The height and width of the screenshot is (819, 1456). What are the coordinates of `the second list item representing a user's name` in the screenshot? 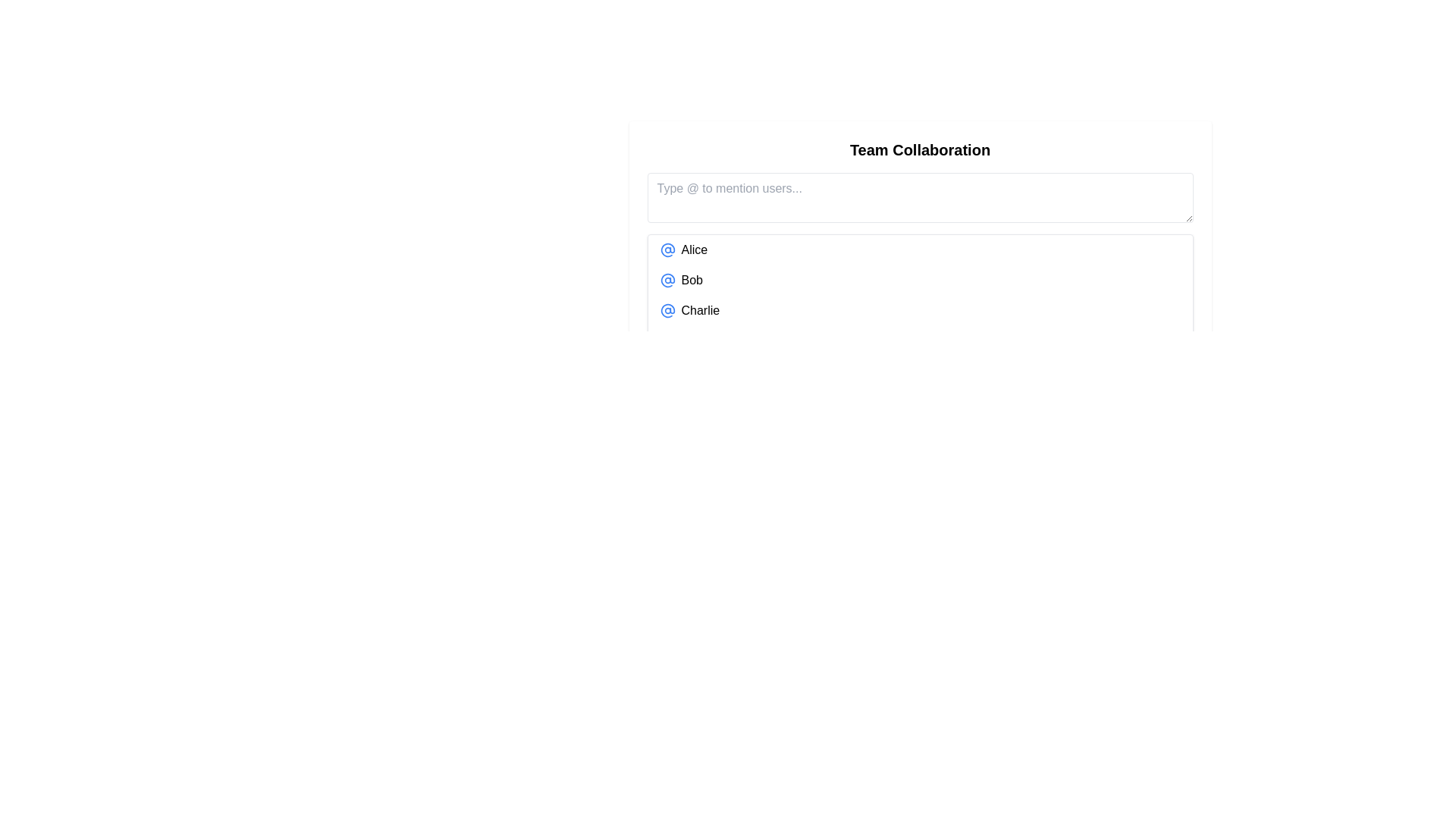 It's located at (919, 281).